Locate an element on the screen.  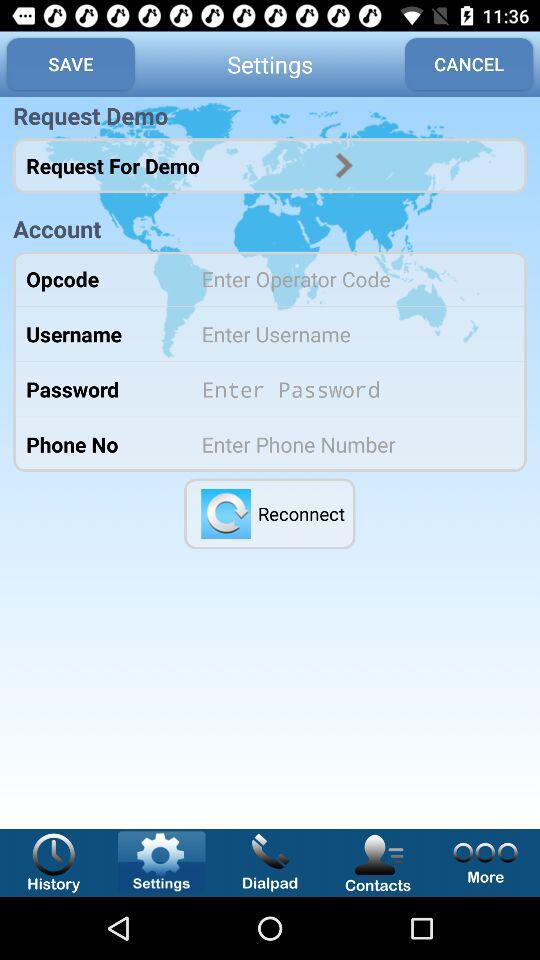
the save item is located at coordinates (69, 64).